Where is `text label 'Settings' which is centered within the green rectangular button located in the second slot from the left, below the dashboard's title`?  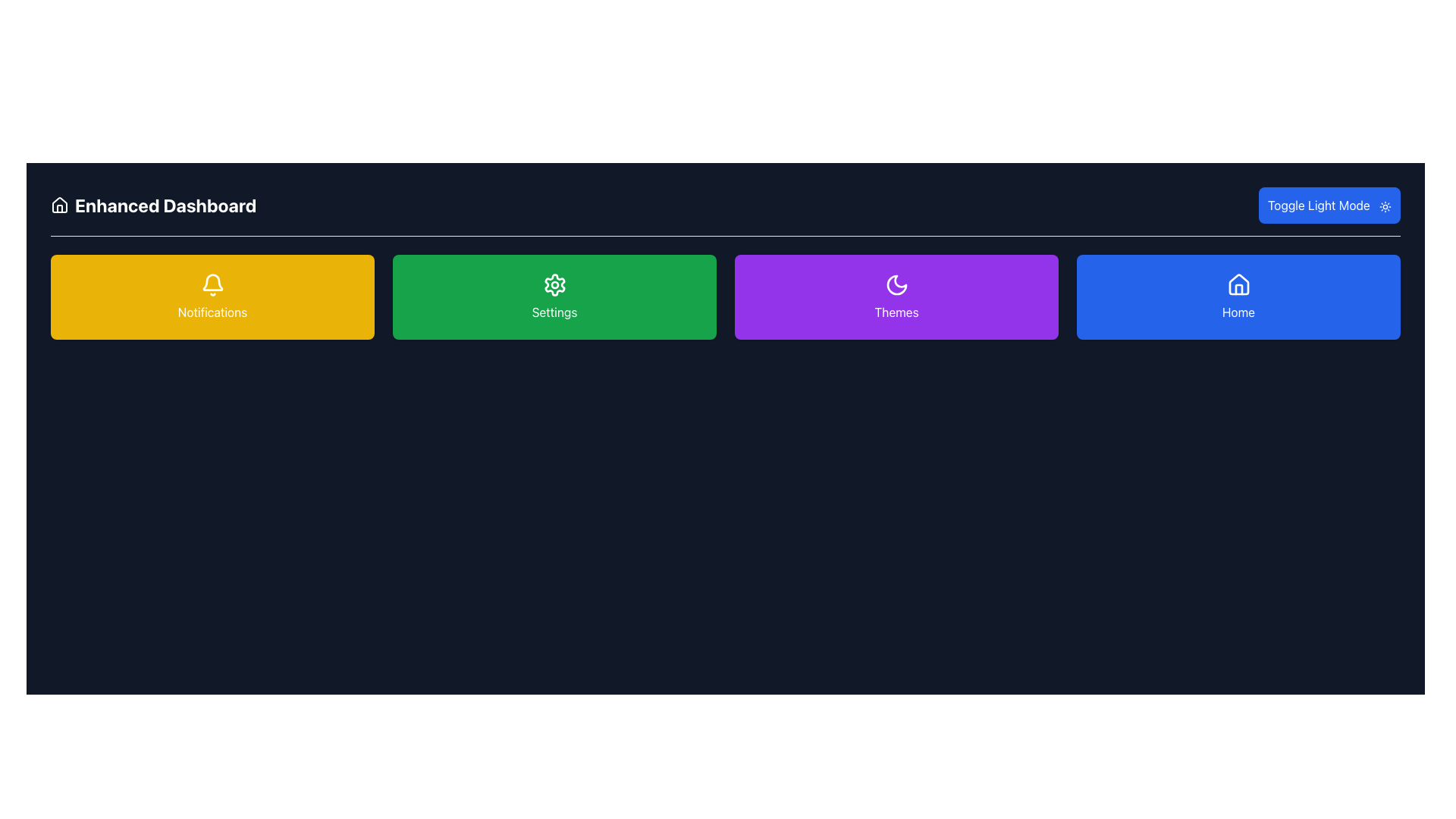
text label 'Settings' which is centered within the green rectangular button located in the second slot from the left, below the dashboard's title is located at coordinates (554, 312).